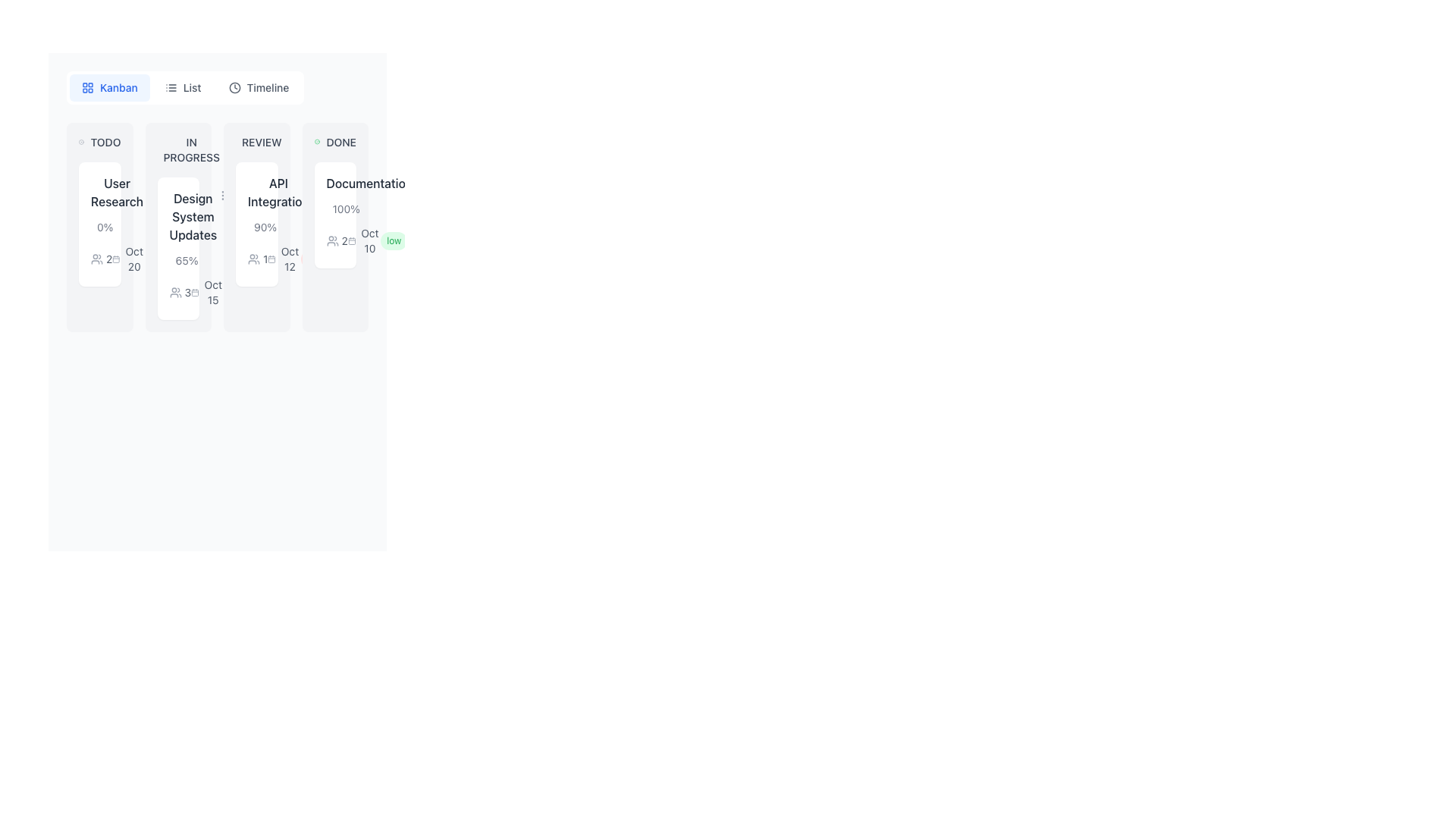 The height and width of the screenshot is (819, 1456). I want to click on the Progress indicator text that visually represents the completion status of the task 'User Research', situated in the 'TODO' column, above the date 'Oct 20', so click(99, 227).